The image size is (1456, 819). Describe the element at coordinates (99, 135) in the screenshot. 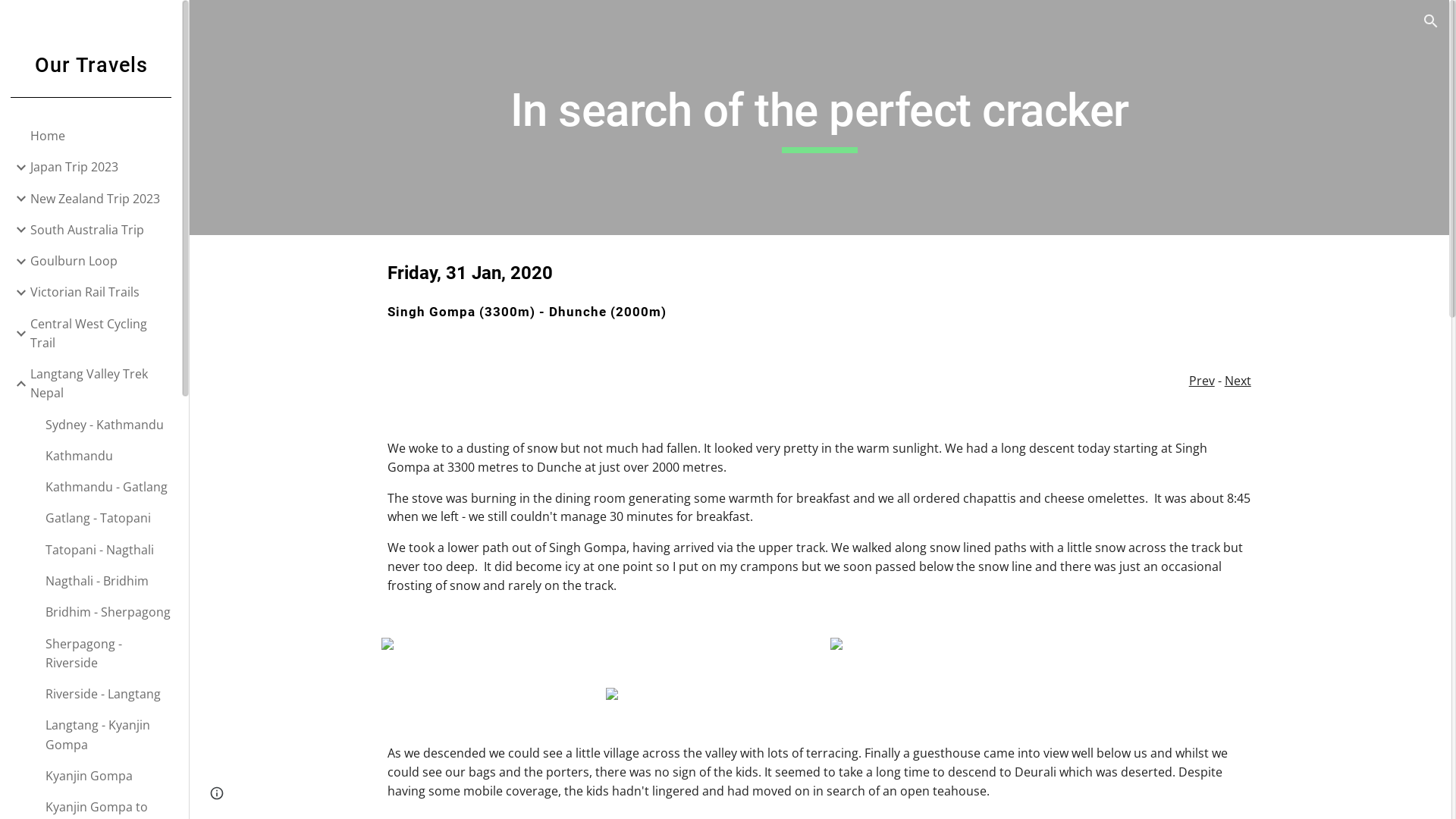

I see `'Home'` at that location.